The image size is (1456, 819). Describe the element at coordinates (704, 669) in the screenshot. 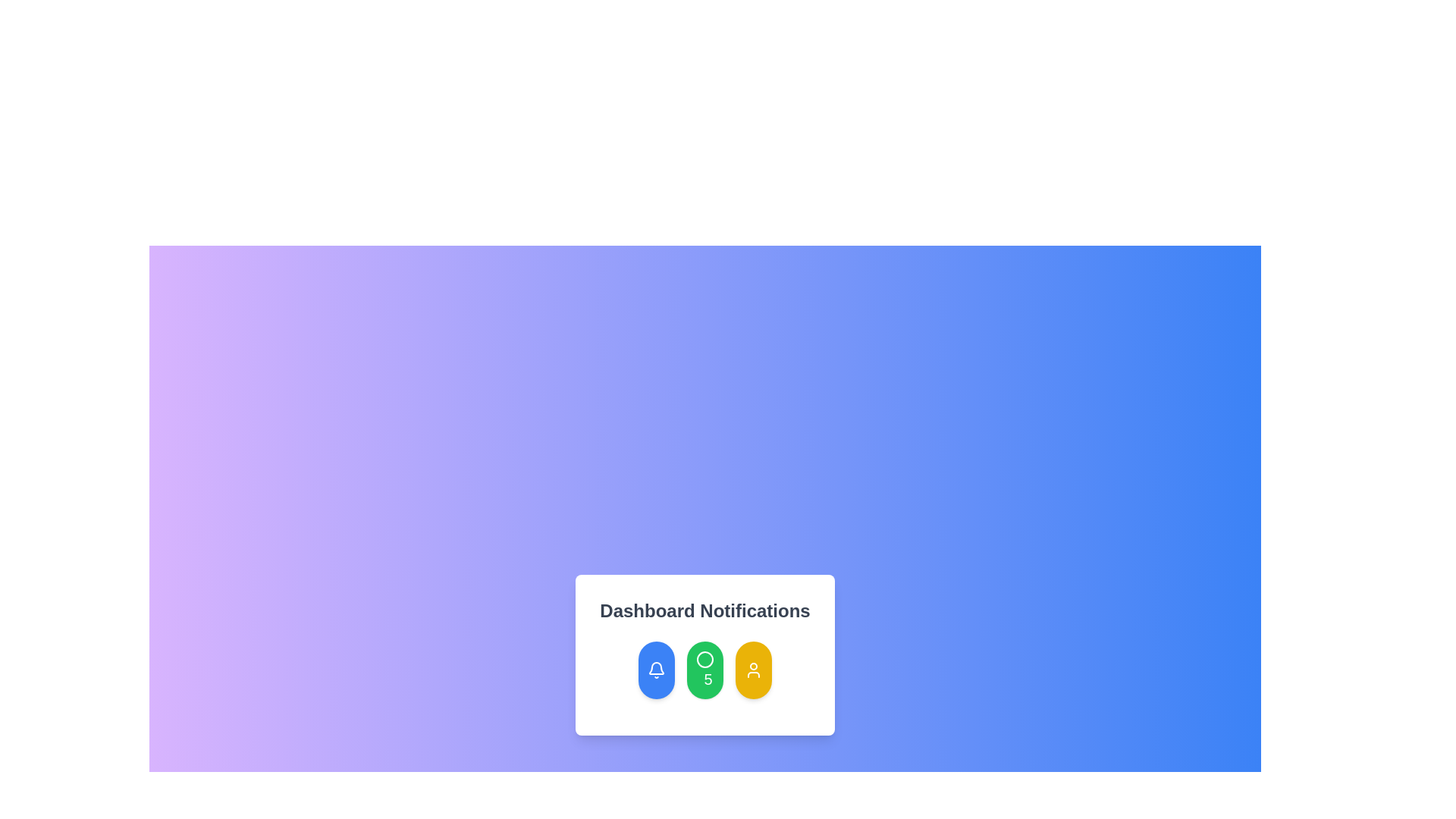

I see `the Notification badge button, which is the central button among three oval buttons in the Dashboard Notifications section, indicating unread messages or tasks` at that location.